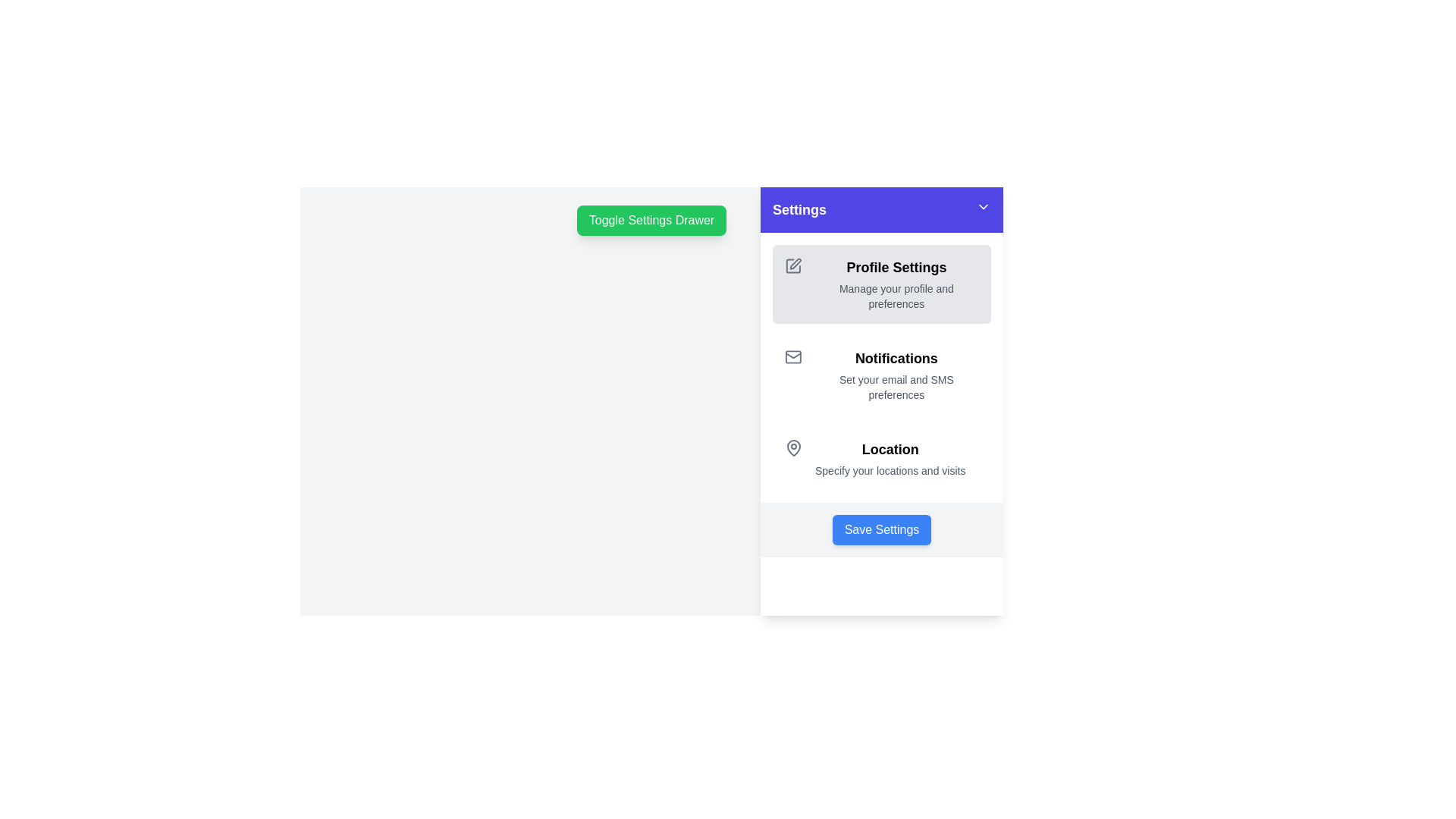  What do you see at coordinates (890, 449) in the screenshot?
I see `the header label for the location settings section, which is positioned above the text 'Specify your locations and visits' in the settings panel` at bounding box center [890, 449].